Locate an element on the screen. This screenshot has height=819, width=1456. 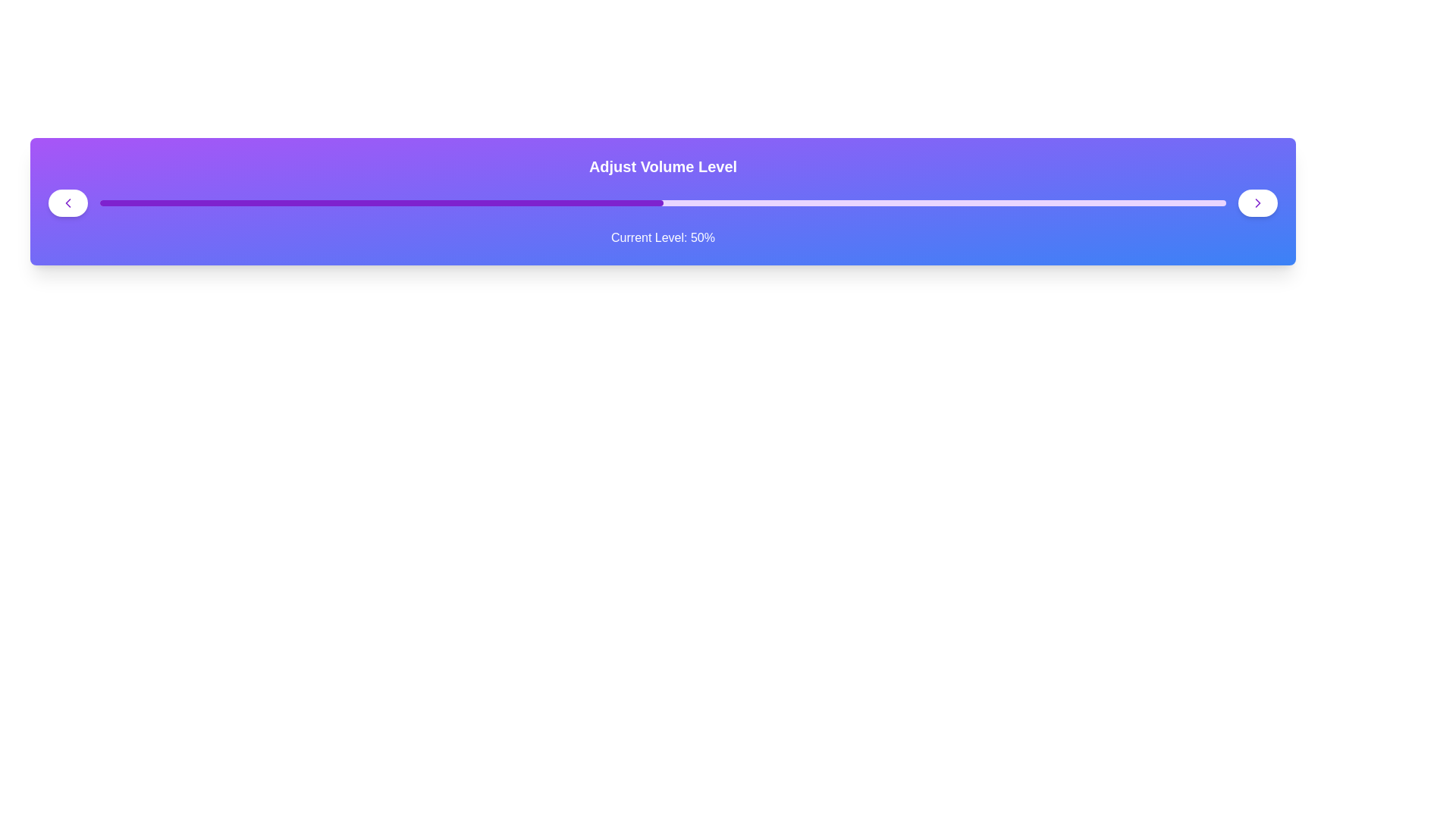
the SVG icon that indicates the action of increasing volume, located at the center of the button labeled 'Increase volume' is located at coordinates (1258, 202).